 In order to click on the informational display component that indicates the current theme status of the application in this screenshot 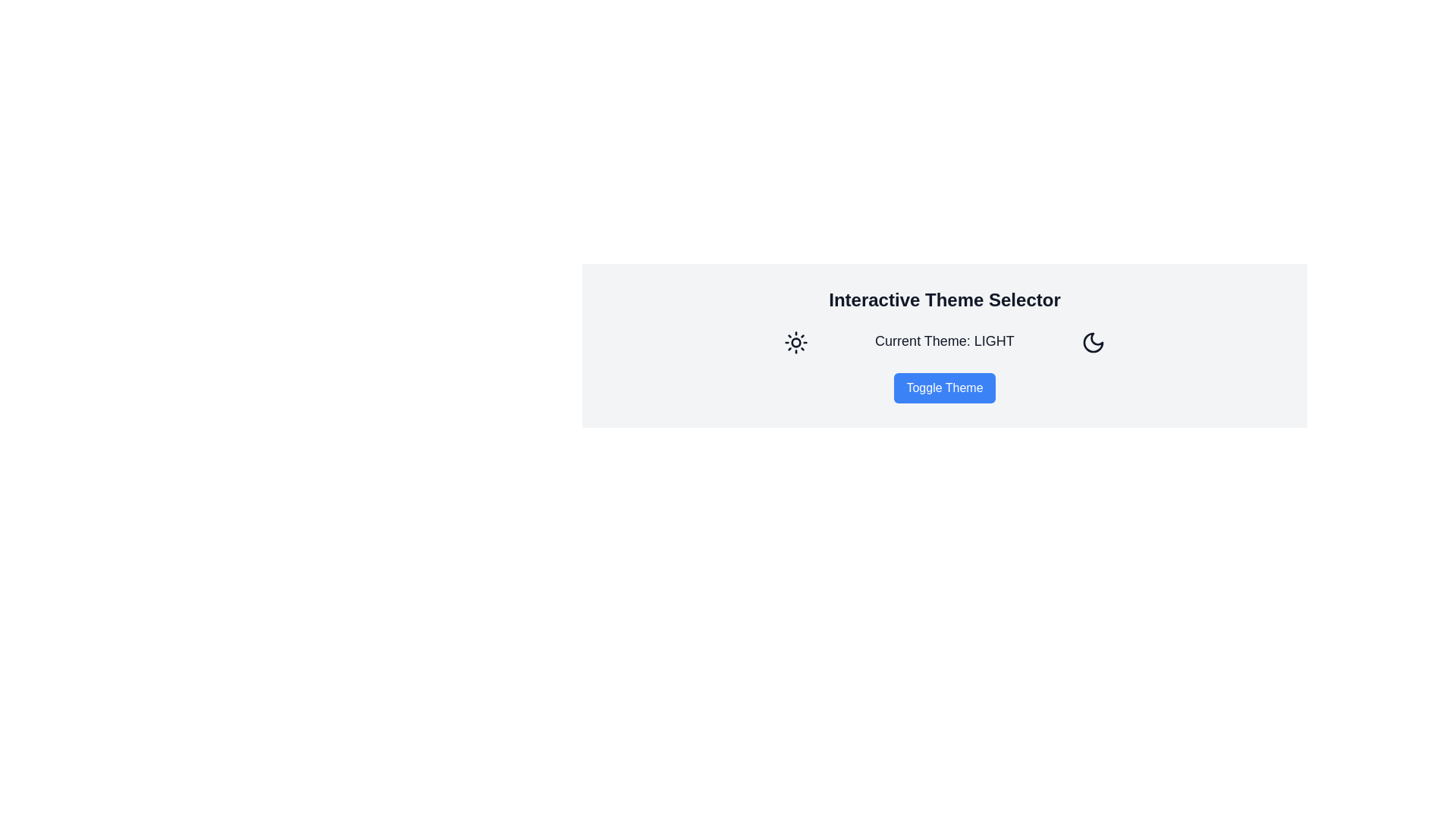, I will do `click(944, 342)`.